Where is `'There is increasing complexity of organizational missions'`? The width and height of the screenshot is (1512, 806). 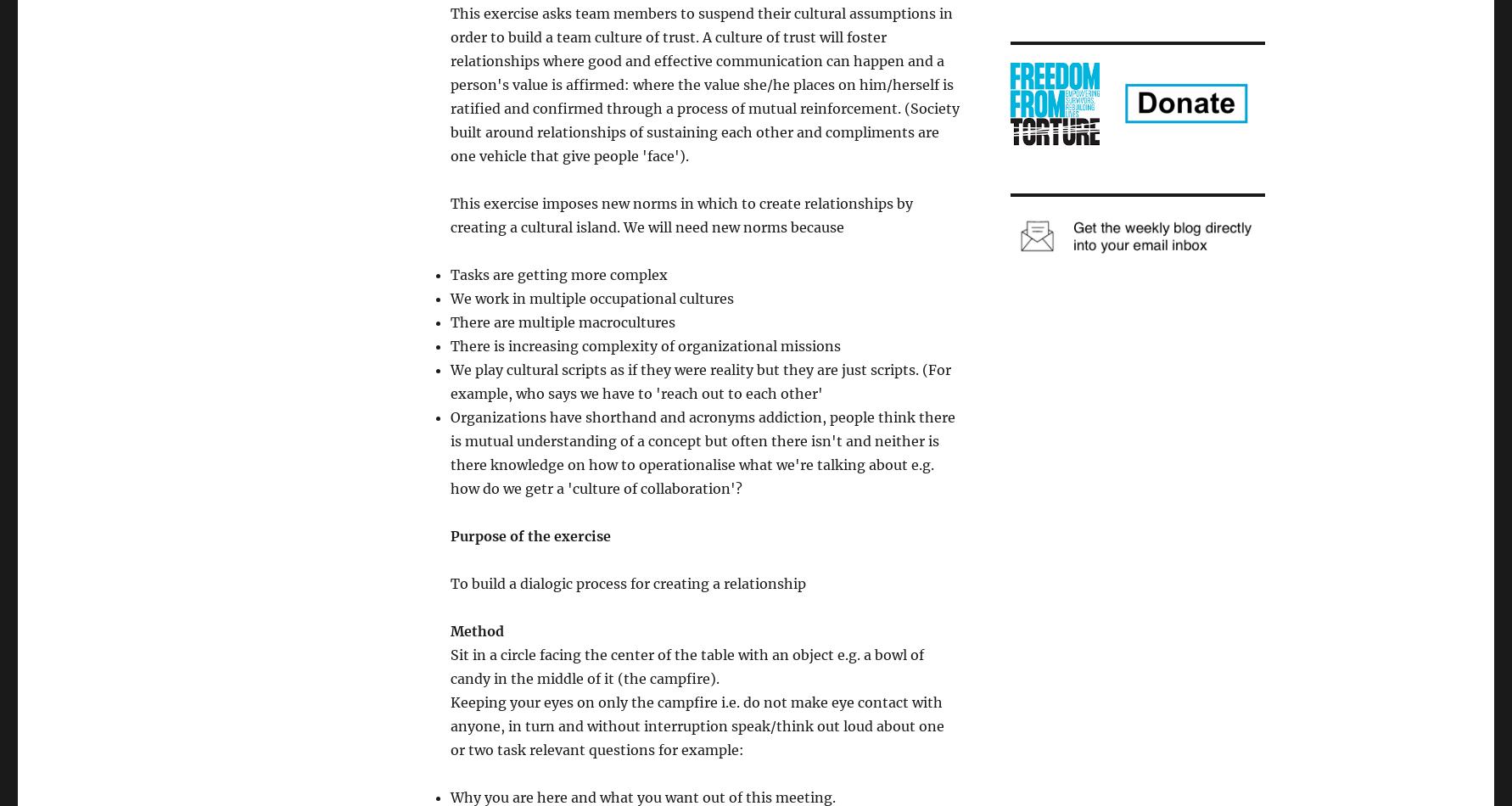
'There is increasing complexity of organizational missions' is located at coordinates (450, 345).